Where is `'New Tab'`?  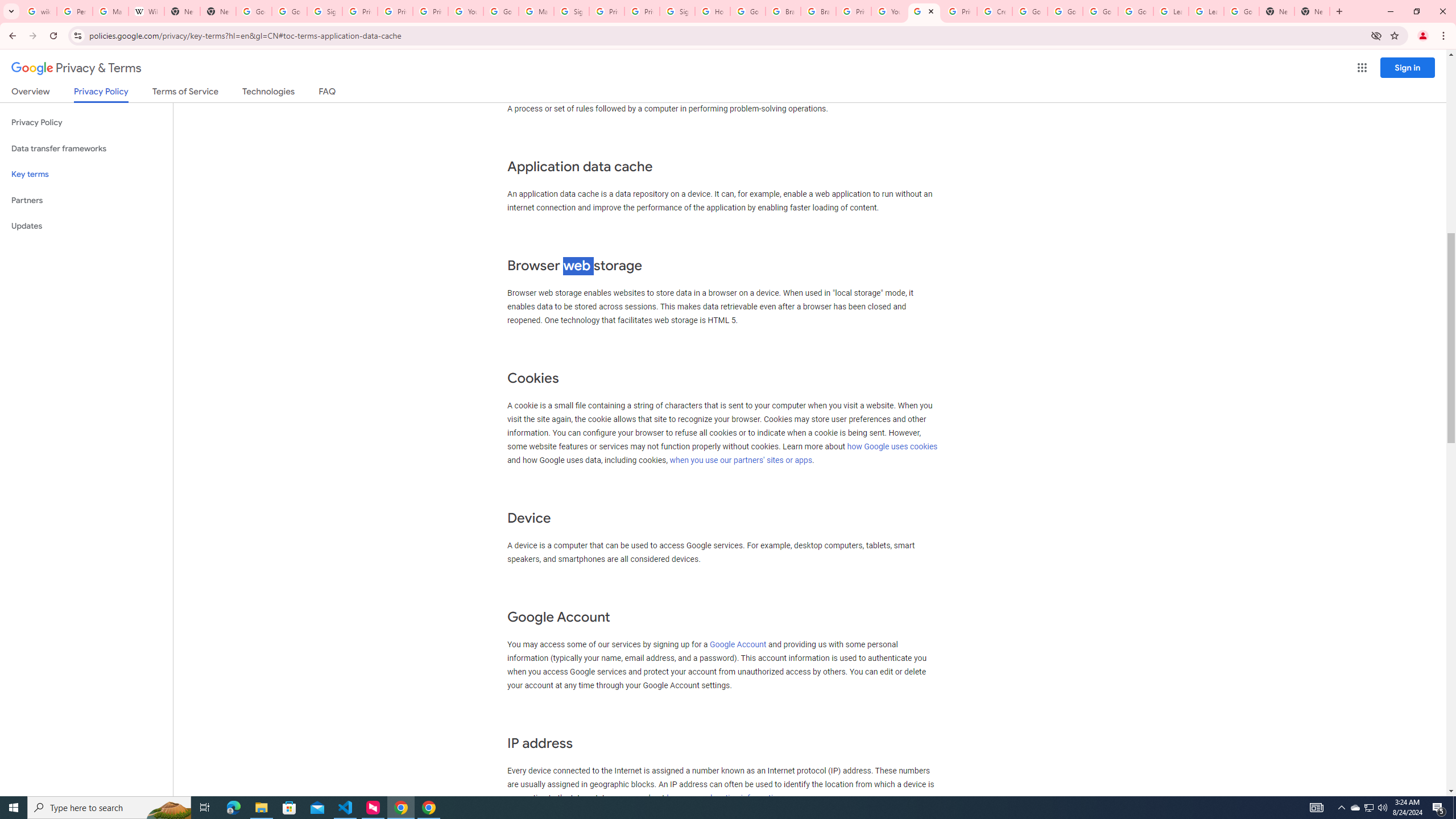 'New Tab' is located at coordinates (1312, 11).